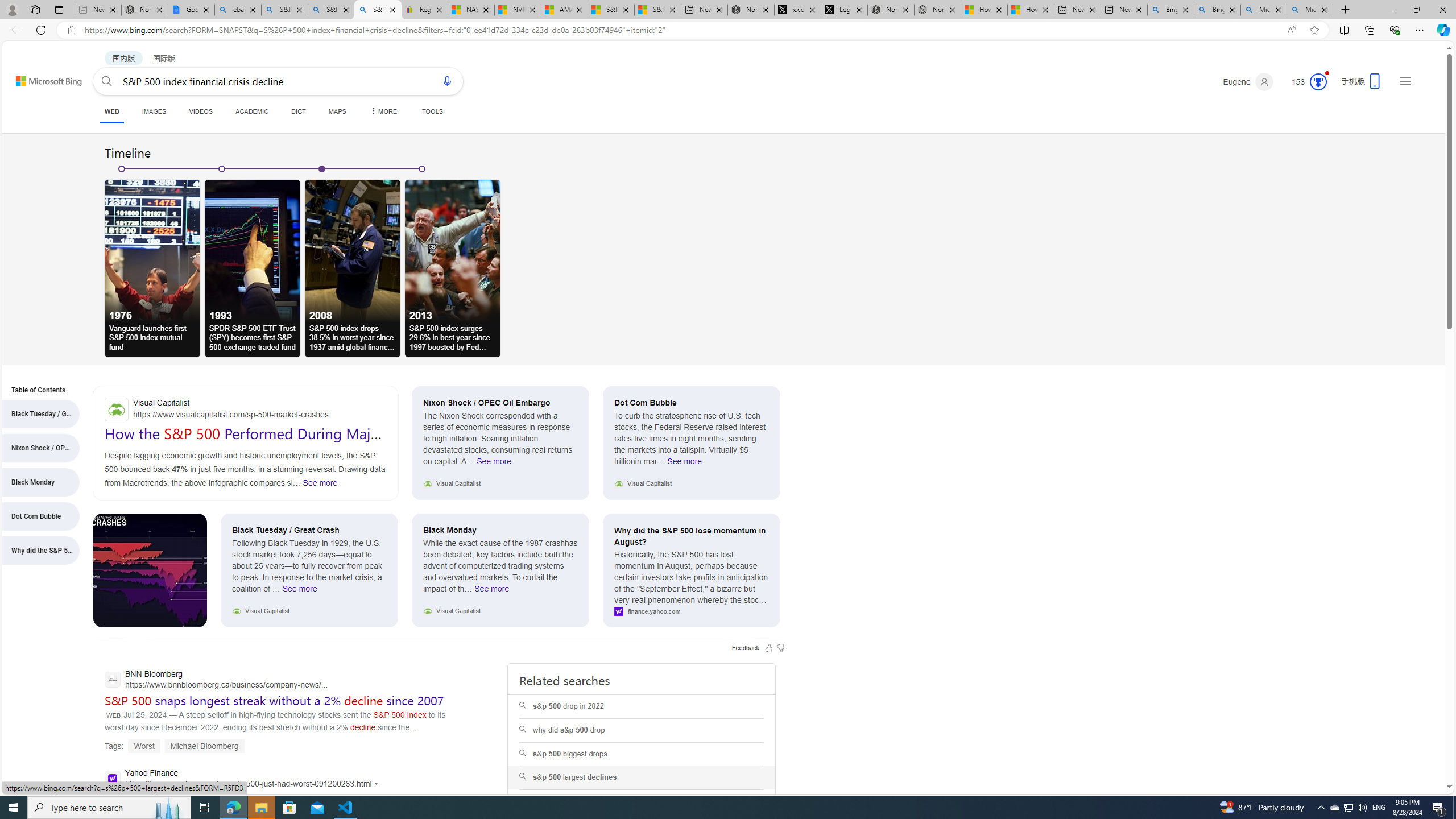 Image resolution: width=1456 pixels, height=819 pixels. I want to click on 's&p 500 largest declines', so click(642, 777).